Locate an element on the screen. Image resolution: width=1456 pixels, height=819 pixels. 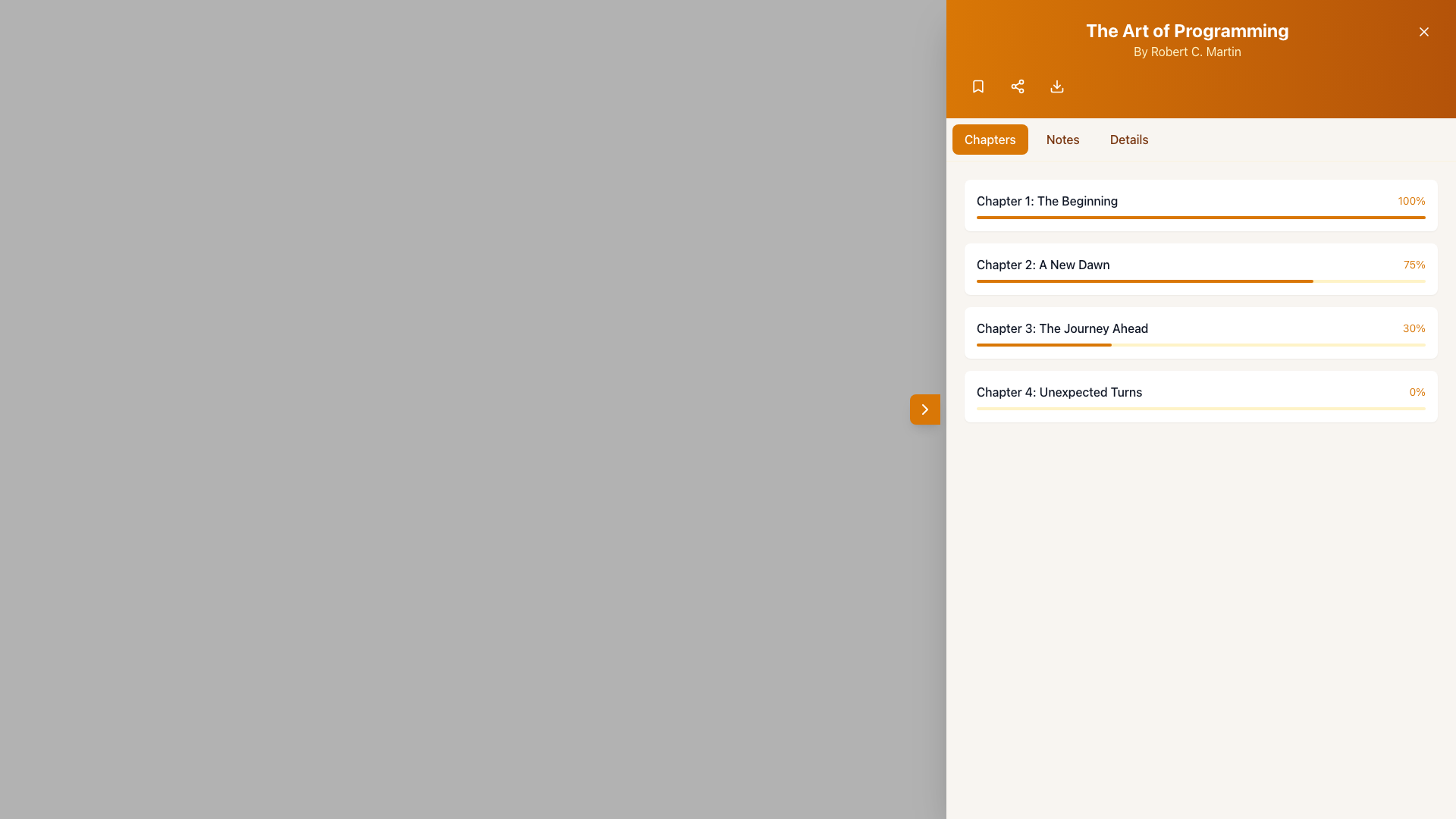
the bookmark icon located at the top-left area of the title bar is located at coordinates (978, 86).